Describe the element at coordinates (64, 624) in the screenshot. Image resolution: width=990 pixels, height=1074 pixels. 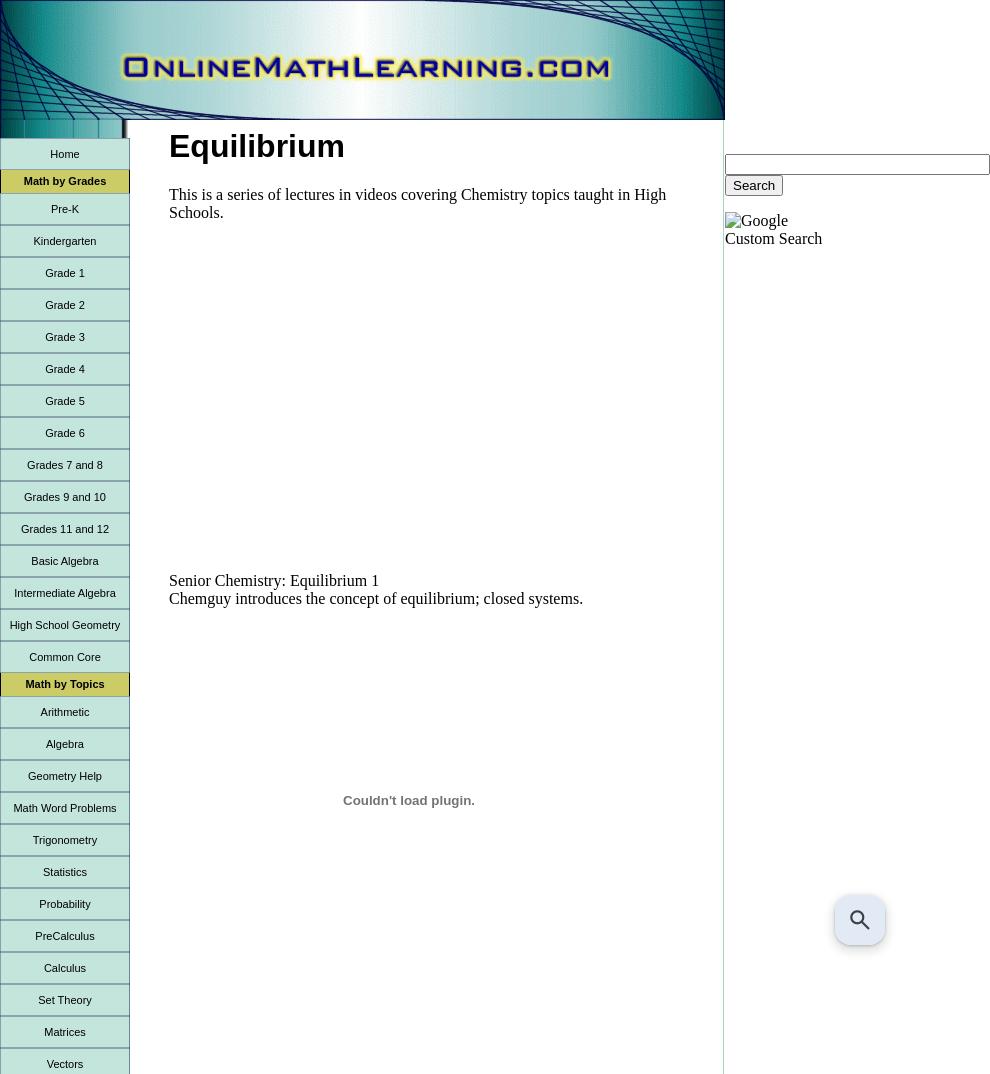
I see `'High School Geometry'` at that location.